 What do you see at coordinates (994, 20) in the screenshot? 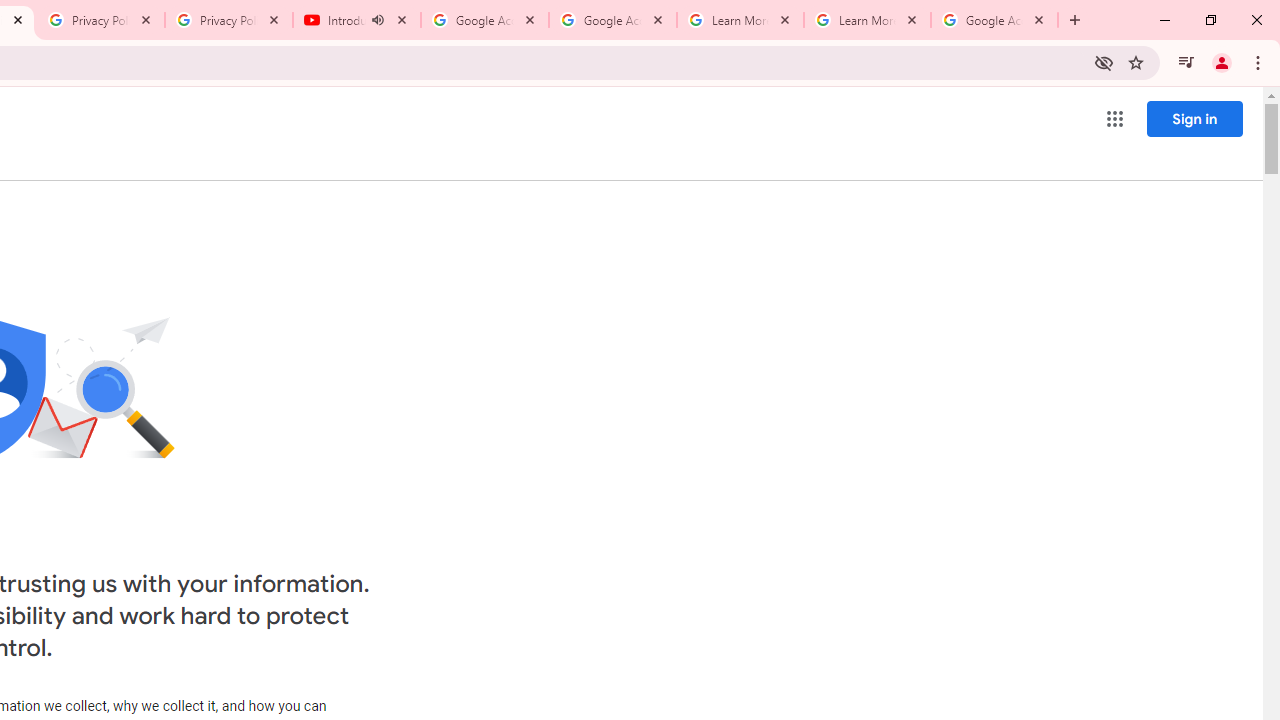
I see `'Google Account'` at bounding box center [994, 20].